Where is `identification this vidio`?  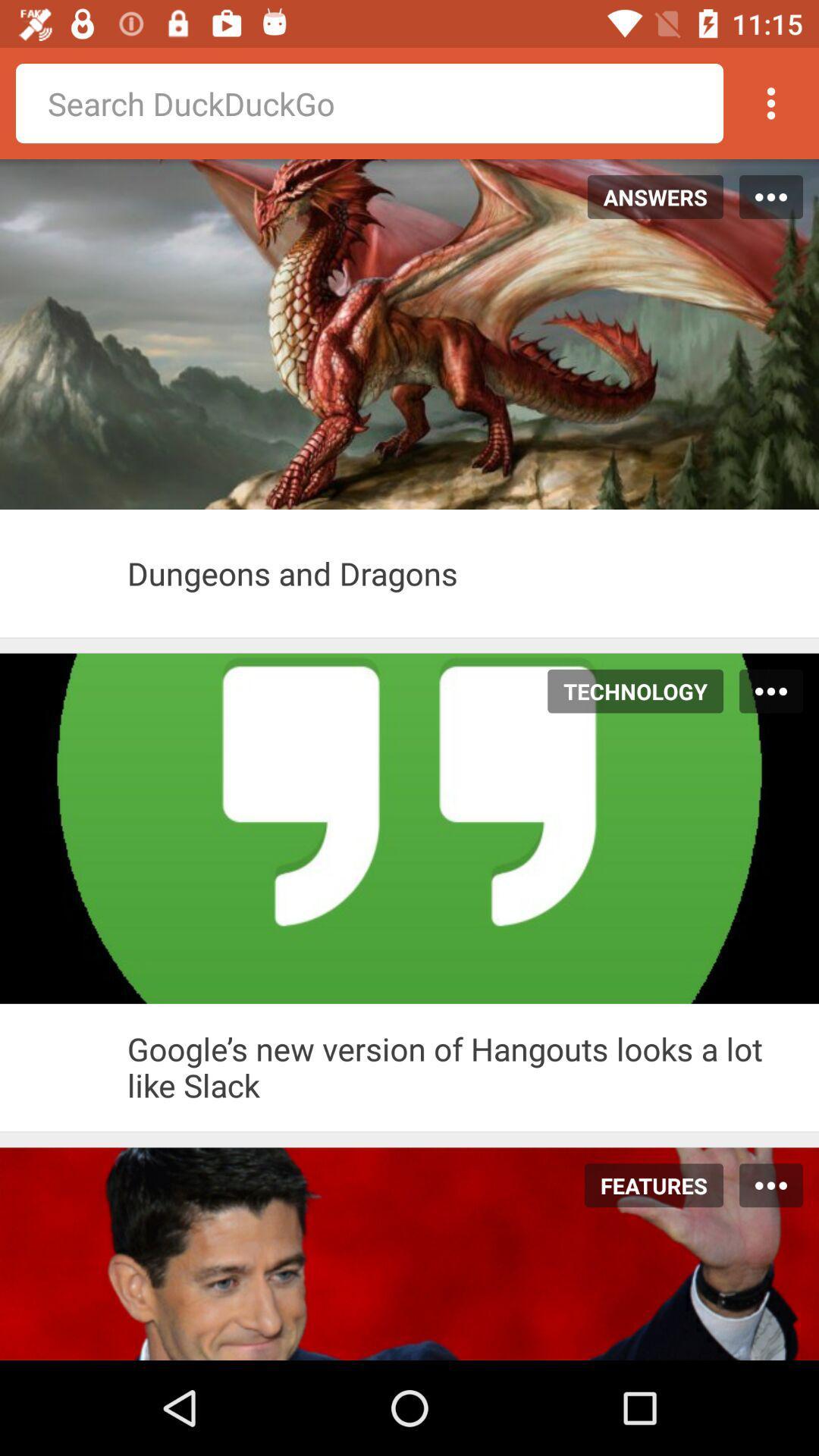
identification this vidio is located at coordinates (63, 1066).